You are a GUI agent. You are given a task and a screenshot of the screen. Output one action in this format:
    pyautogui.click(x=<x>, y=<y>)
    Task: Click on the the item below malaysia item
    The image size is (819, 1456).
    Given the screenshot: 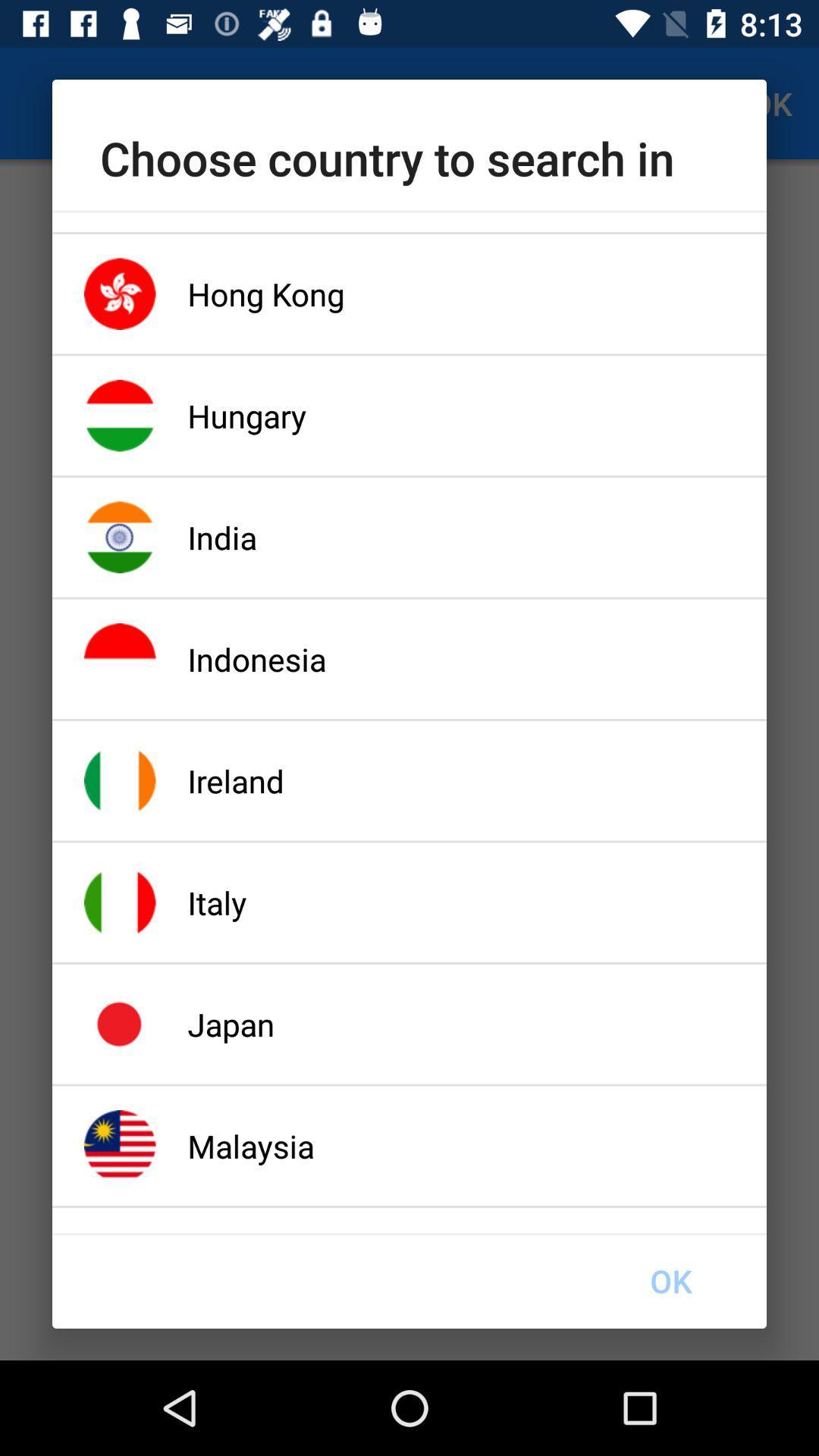 What is the action you would take?
    pyautogui.click(x=670, y=1280)
    